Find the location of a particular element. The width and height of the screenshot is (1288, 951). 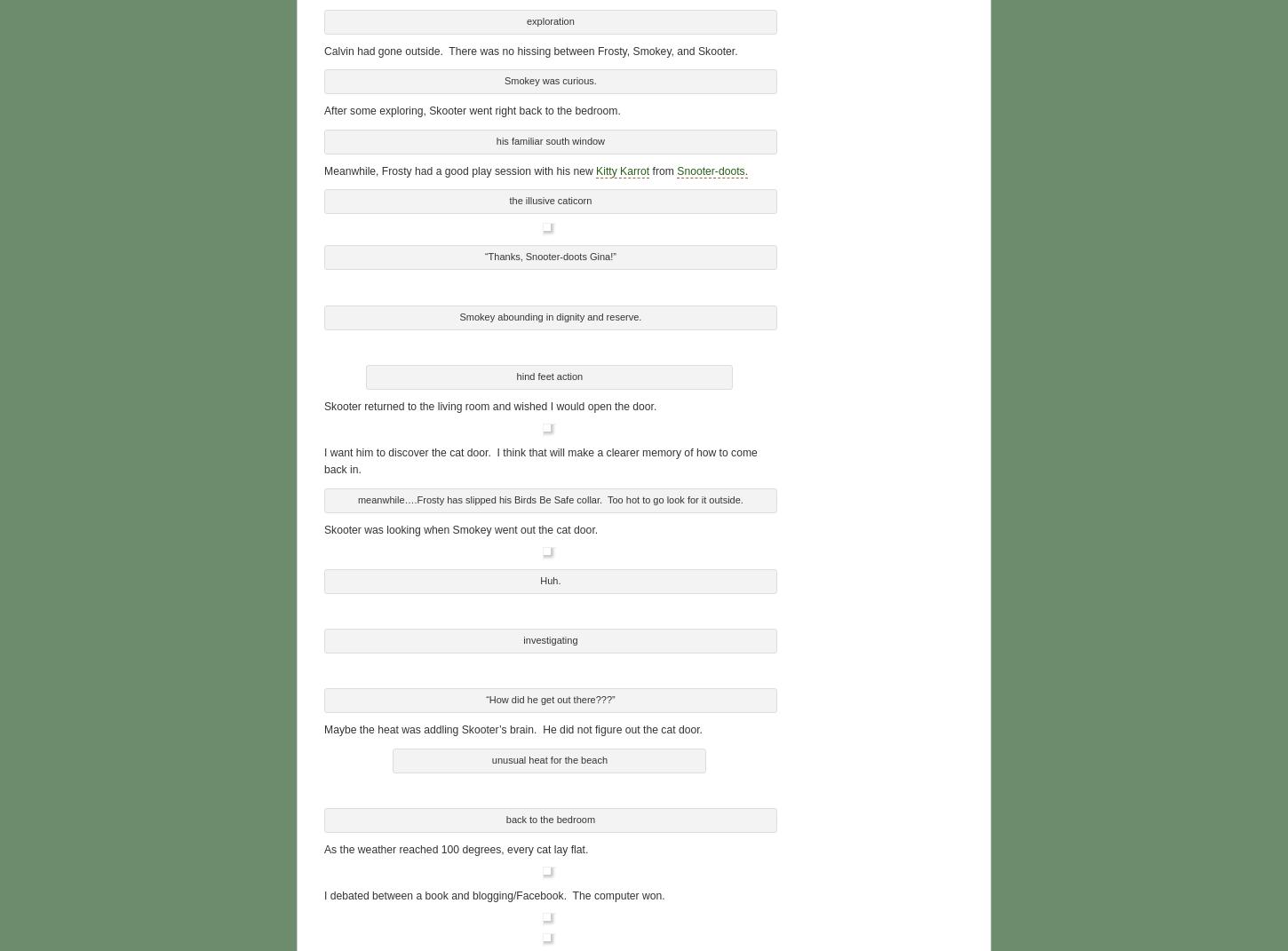

'Snooter-doots.' is located at coordinates (676, 167).